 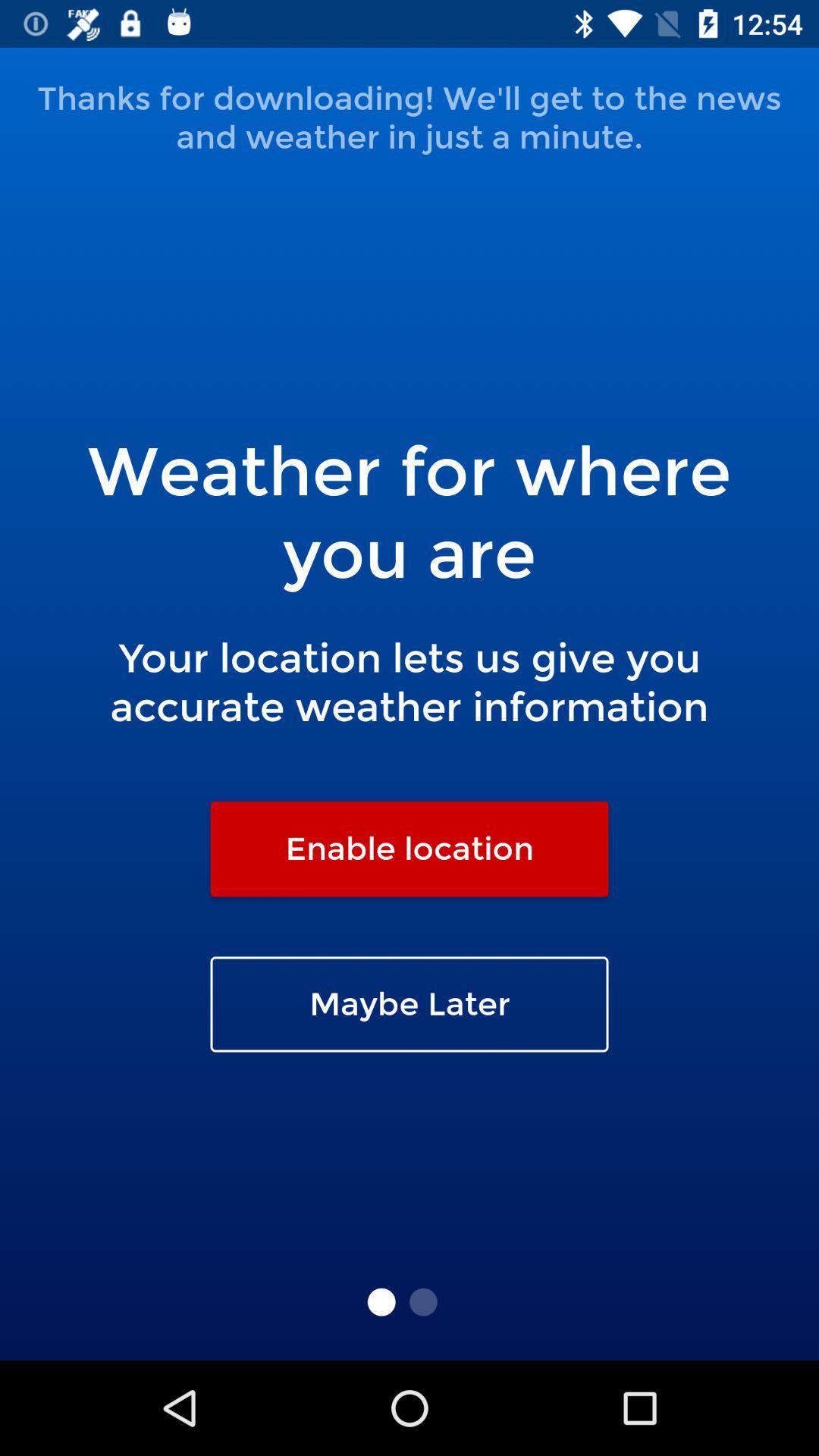 What do you see at coordinates (409, 1004) in the screenshot?
I see `maybe later` at bounding box center [409, 1004].